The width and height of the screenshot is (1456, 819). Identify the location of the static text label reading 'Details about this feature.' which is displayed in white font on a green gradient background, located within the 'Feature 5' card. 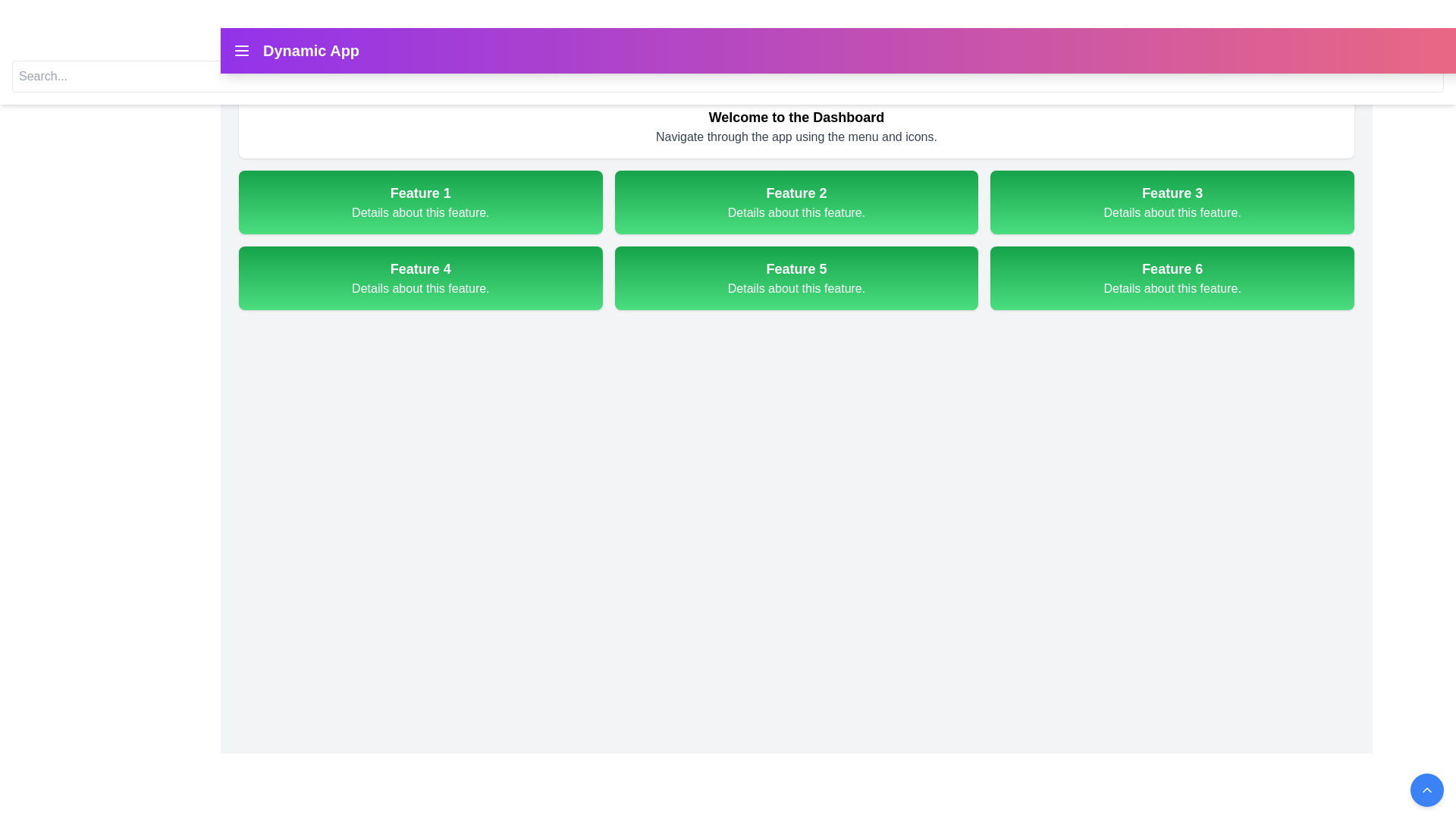
(795, 289).